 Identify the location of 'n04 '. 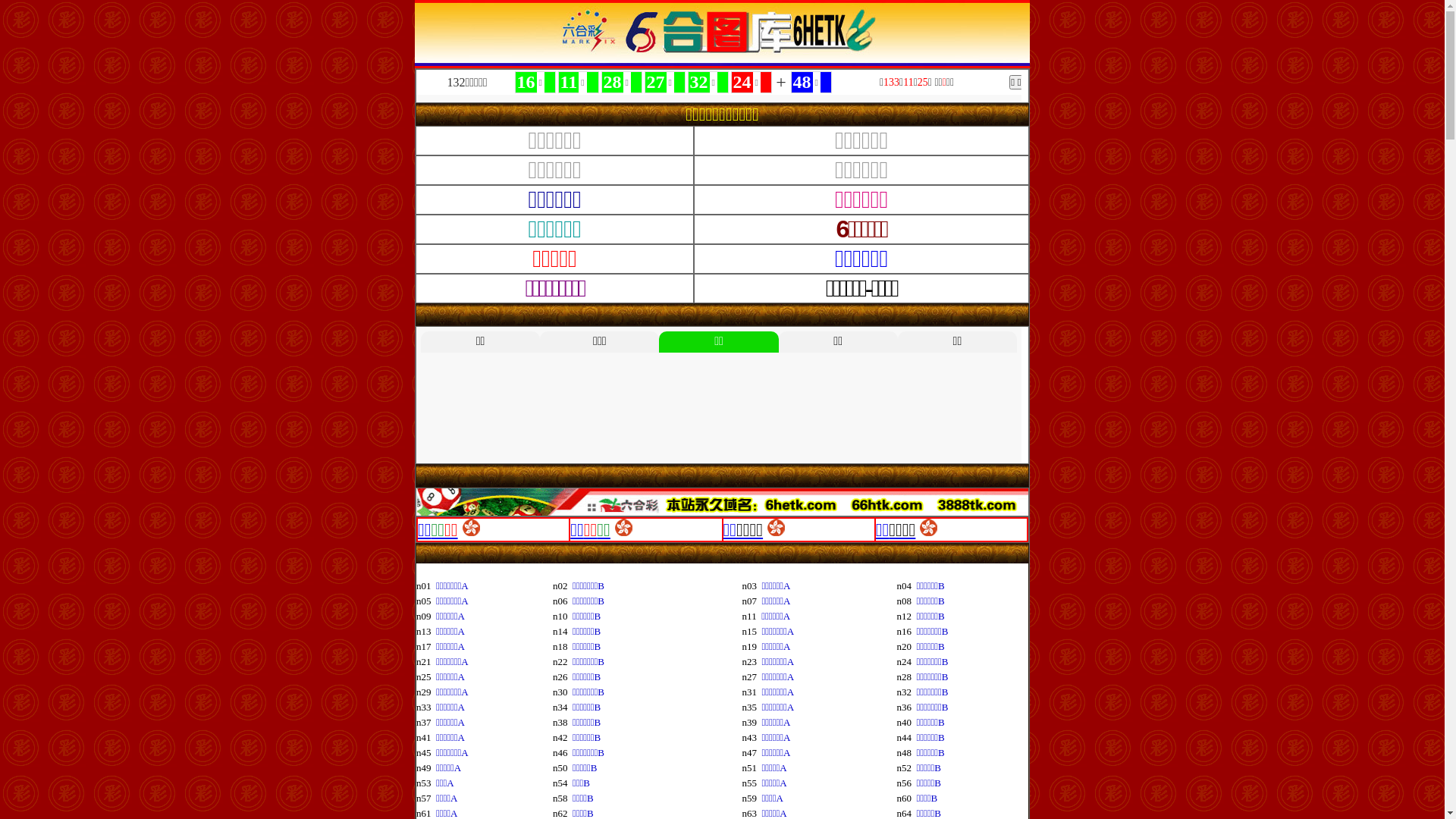
(906, 585).